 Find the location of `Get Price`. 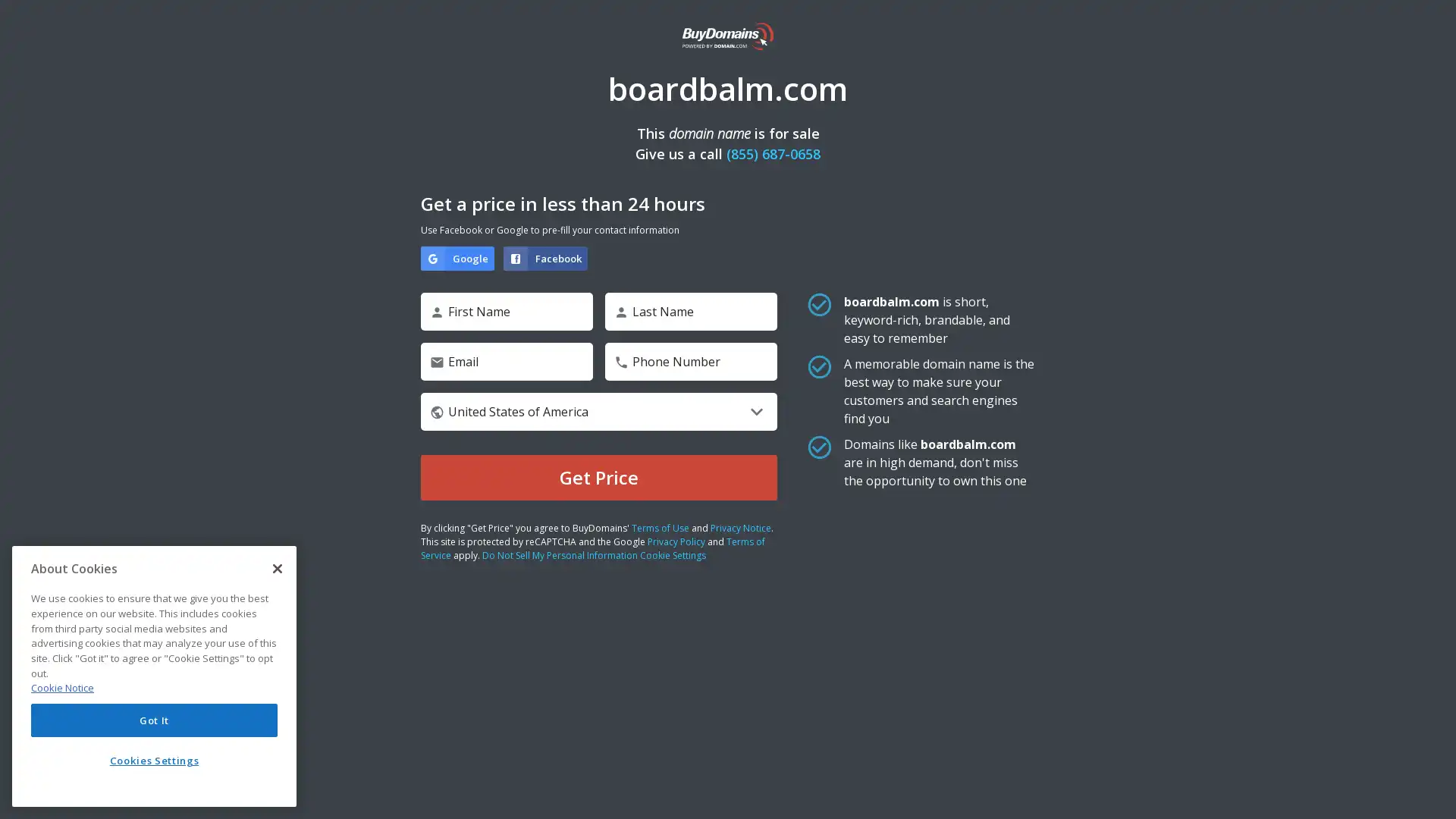

Get Price is located at coordinates (598, 476).